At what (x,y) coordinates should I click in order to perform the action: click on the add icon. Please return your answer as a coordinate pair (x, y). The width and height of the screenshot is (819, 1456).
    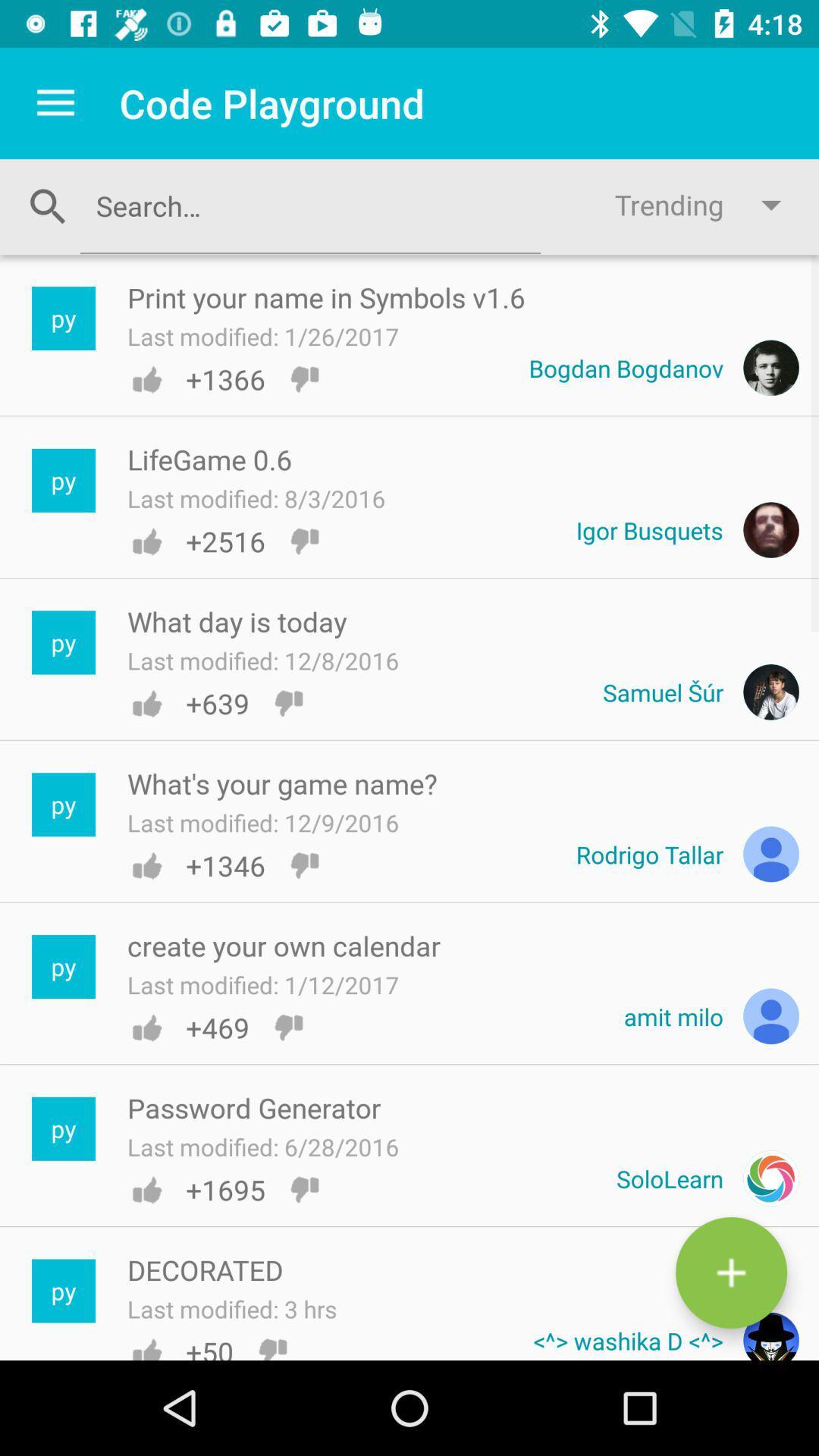
    Looking at the image, I should click on (730, 1272).